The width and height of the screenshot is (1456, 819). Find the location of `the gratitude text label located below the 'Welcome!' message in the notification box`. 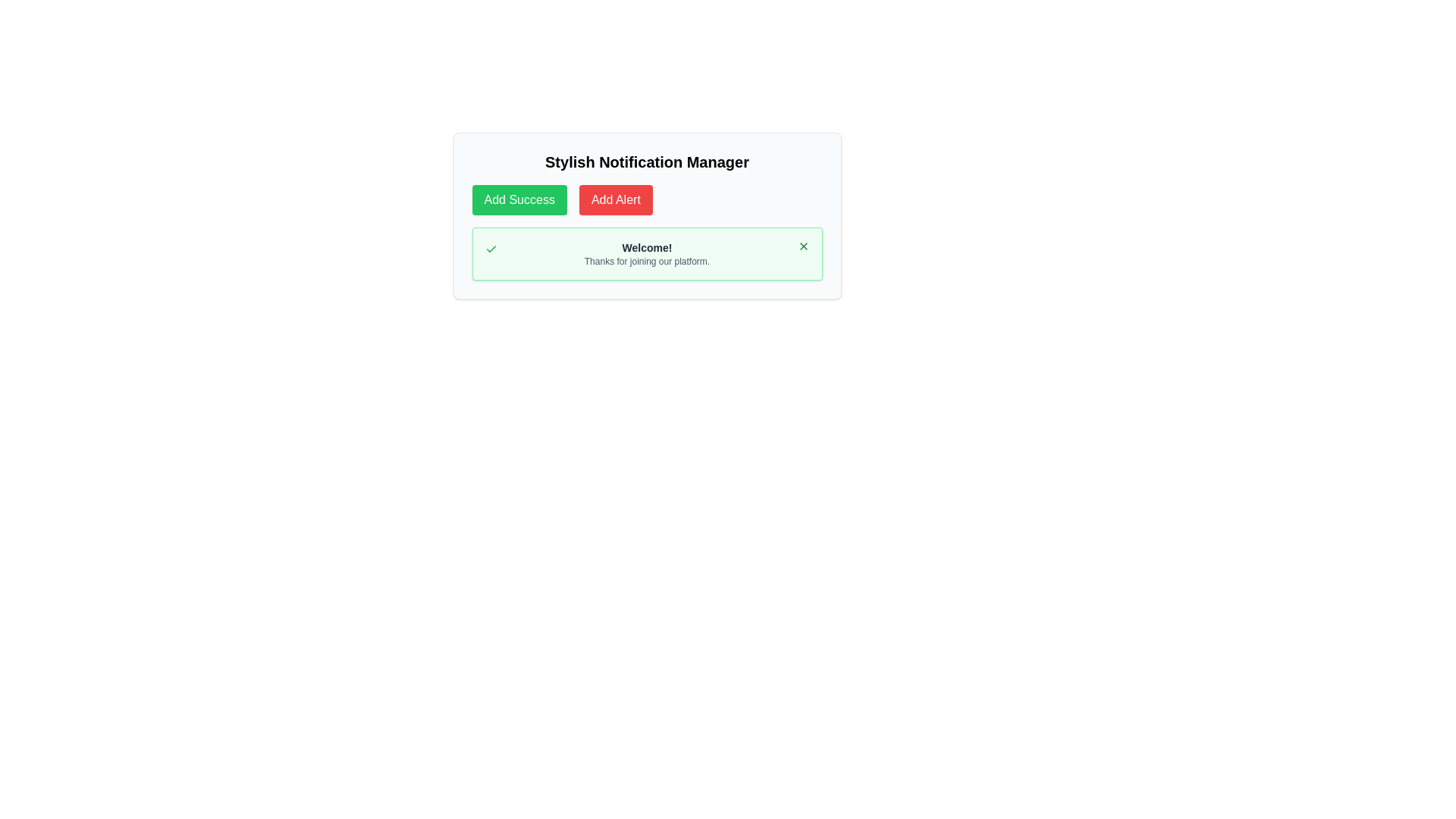

the gratitude text label located below the 'Welcome!' message in the notification box is located at coordinates (647, 260).